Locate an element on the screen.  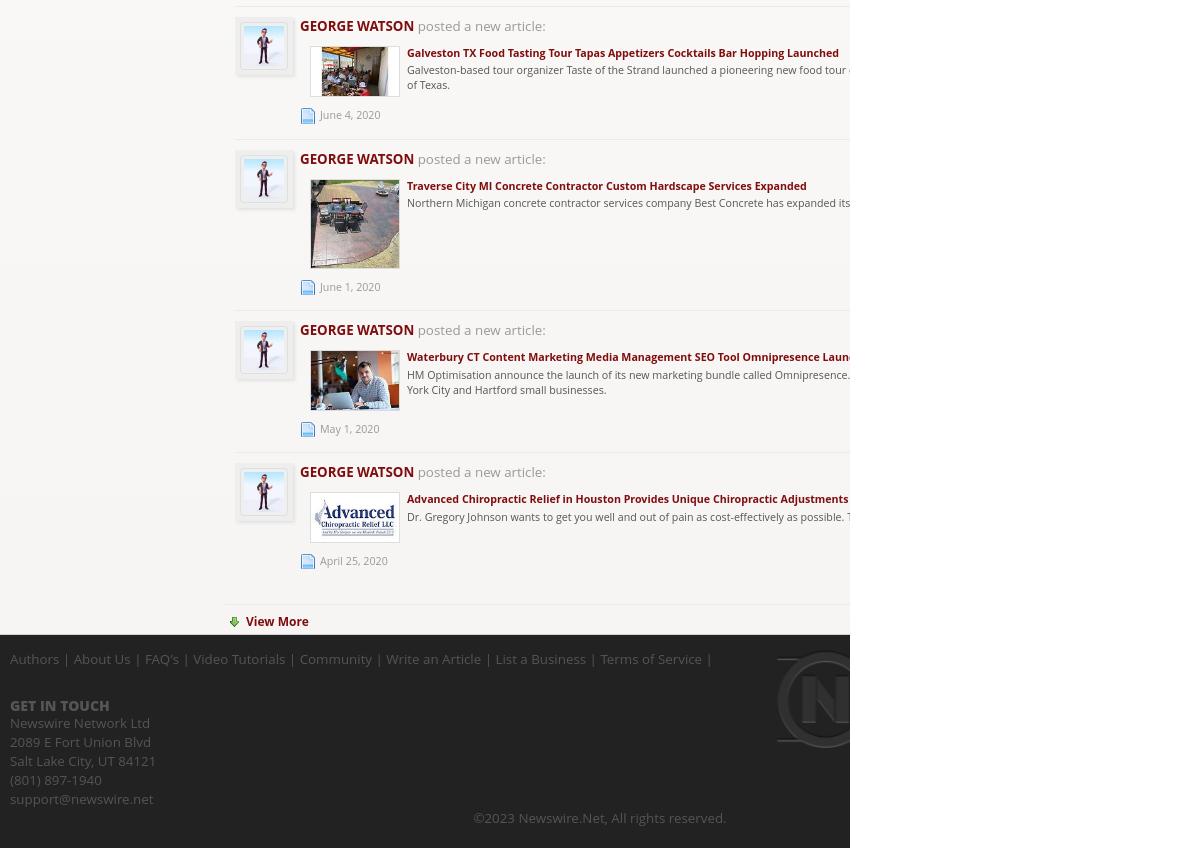
'(801) 897-1940' is located at coordinates (55, 778).